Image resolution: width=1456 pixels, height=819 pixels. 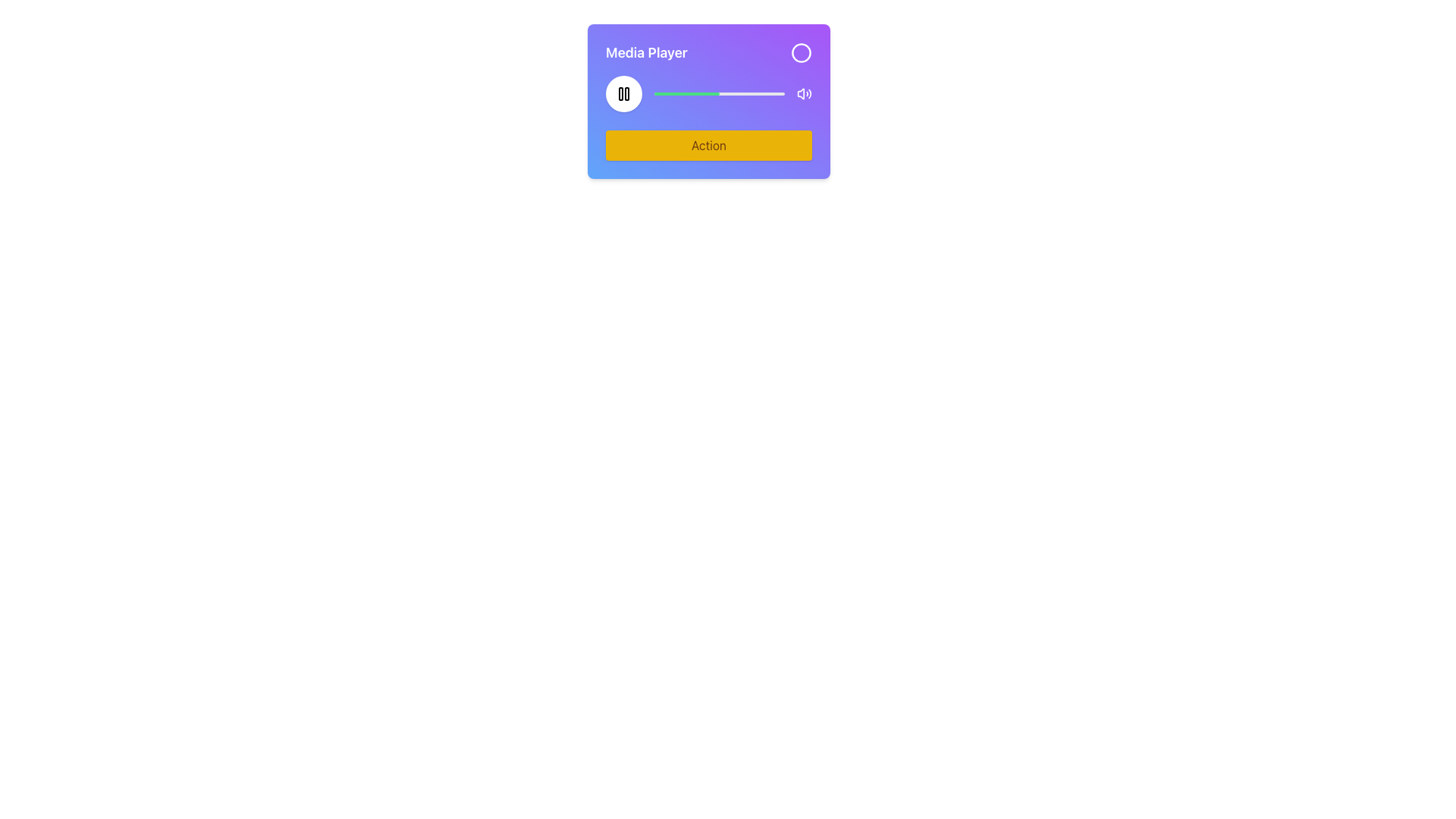 What do you see at coordinates (623, 93) in the screenshot?
I see `the pause button located on the leftmost side of the media player to halt the playback of the media` at bounding box center [623, 93].